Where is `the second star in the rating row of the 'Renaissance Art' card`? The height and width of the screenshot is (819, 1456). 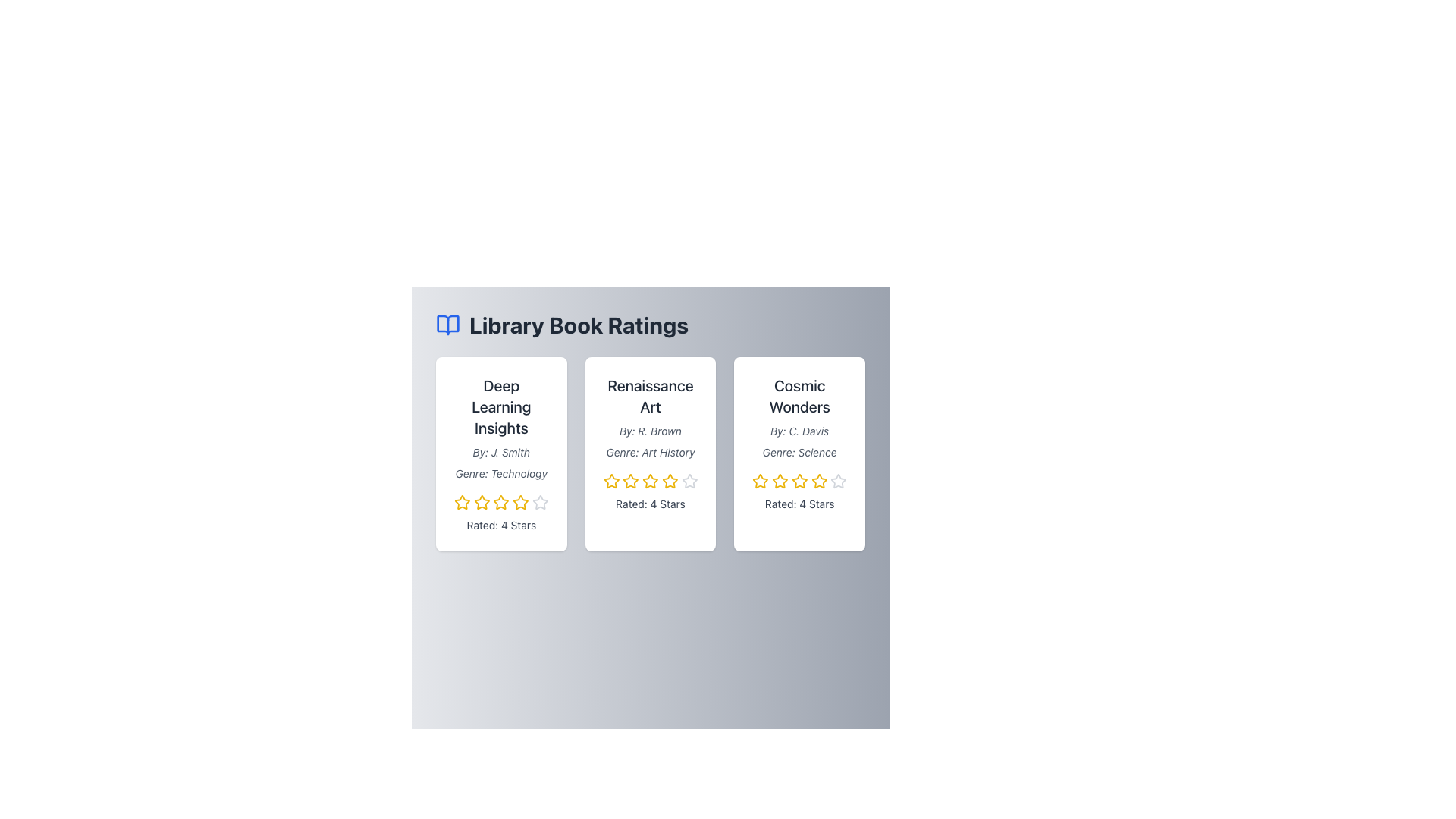
the second star in the rating row of the 'Renaissance Art' card is located at coordinates (631, 481).